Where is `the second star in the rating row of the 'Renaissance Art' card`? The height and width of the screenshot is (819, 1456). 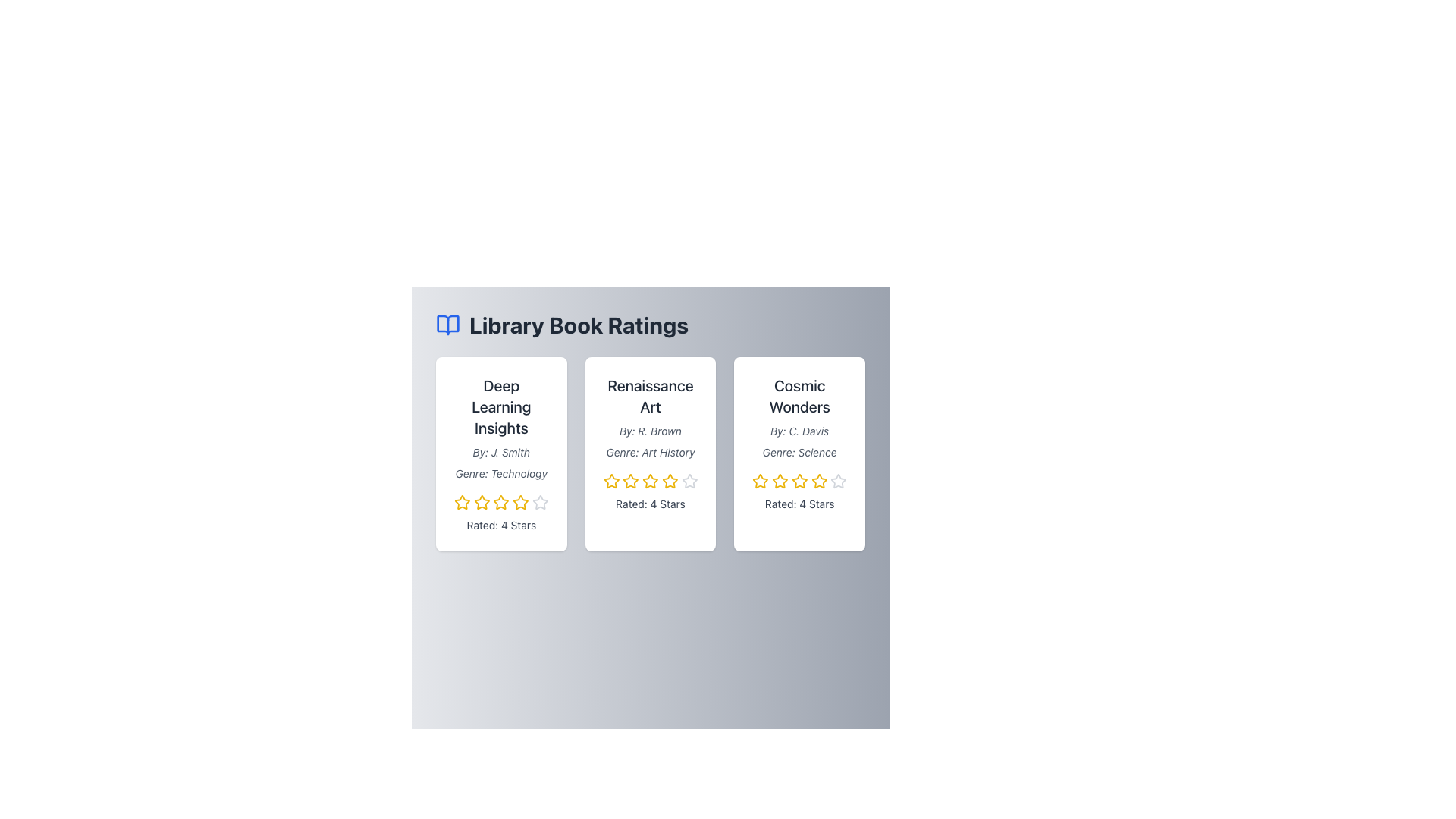
the second star in the rating row of the 'Renaissance Art' card is located at coordinates (631, 481).